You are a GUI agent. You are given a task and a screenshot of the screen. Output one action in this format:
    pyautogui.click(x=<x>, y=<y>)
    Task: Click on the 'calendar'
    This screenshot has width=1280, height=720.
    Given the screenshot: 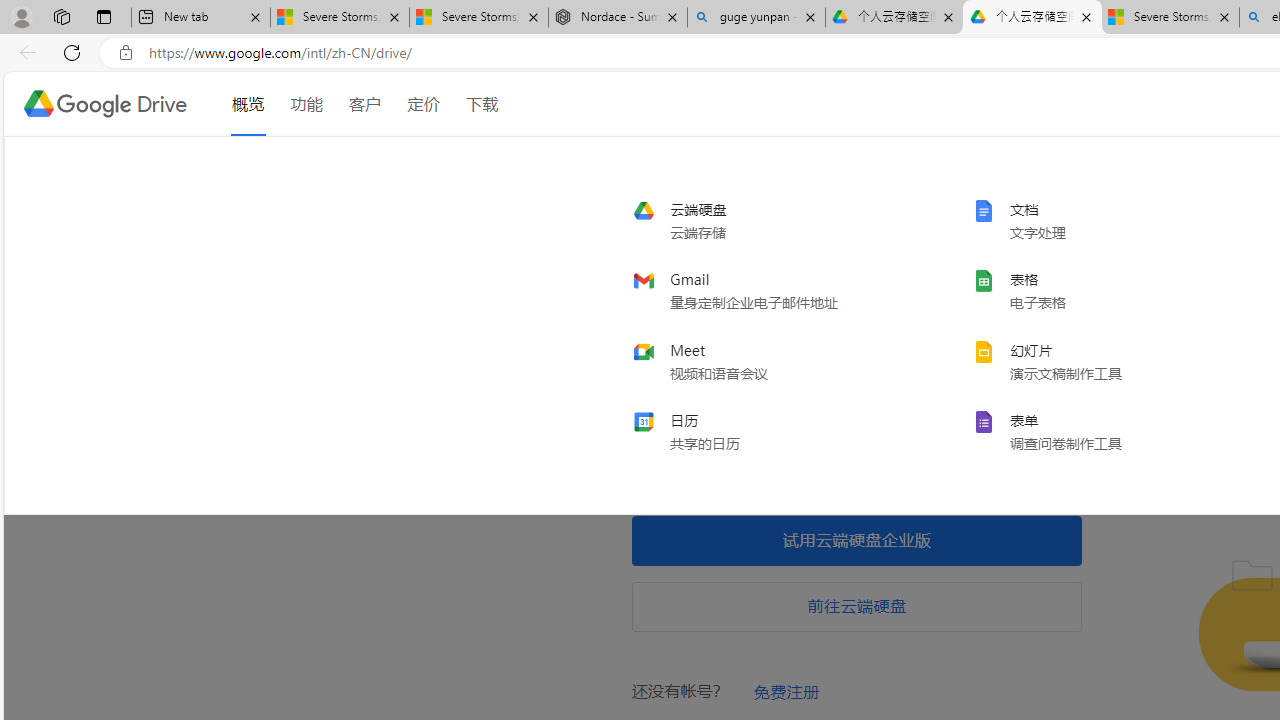 What is the action you would take?
    pyautogui.click(x=765, y=430)
    